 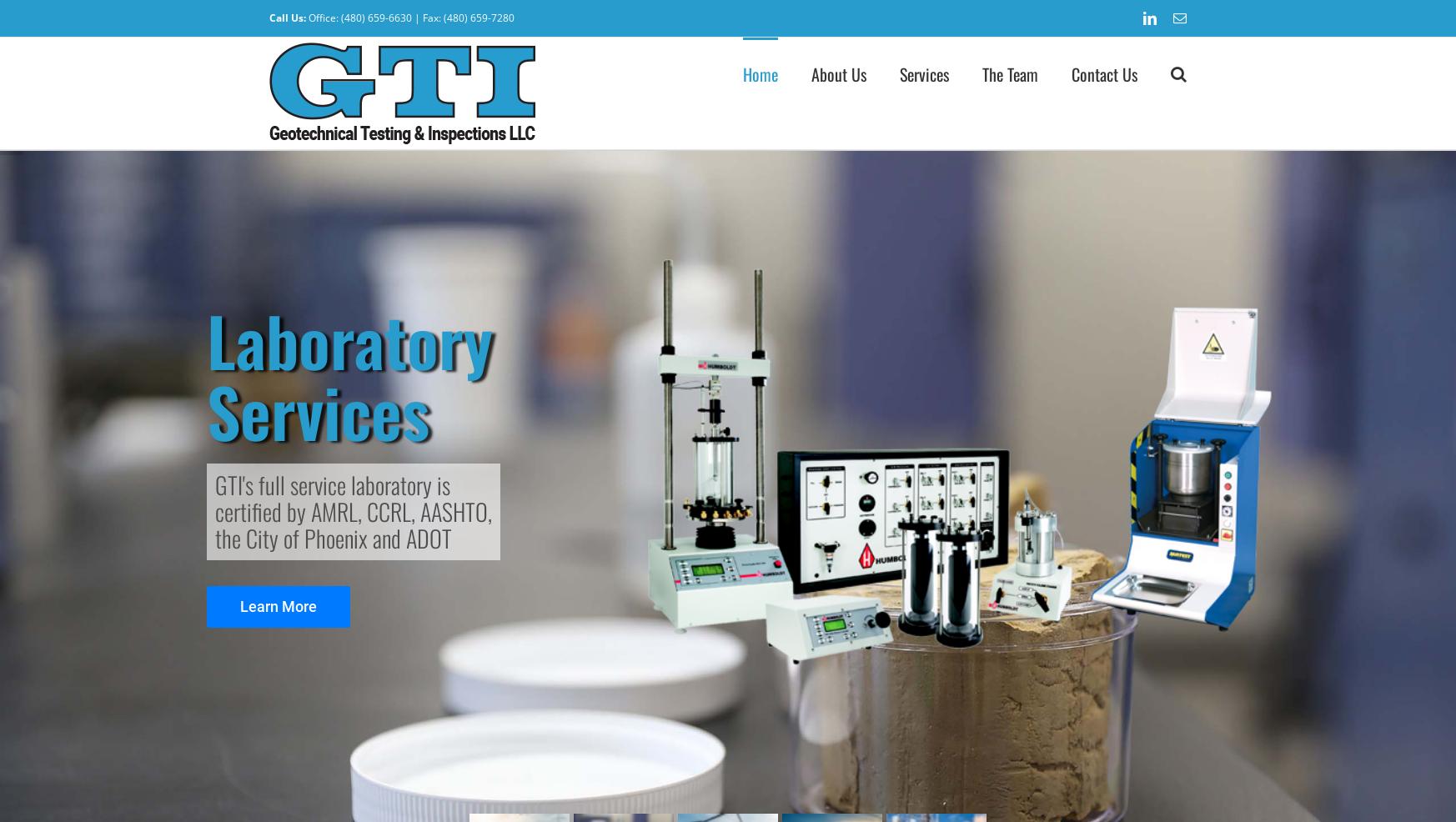 What do you see at coordinates (331, 485) in the screenshot?
I see `'GTI's full service laboratory is'` at bounding box center [331, 485].